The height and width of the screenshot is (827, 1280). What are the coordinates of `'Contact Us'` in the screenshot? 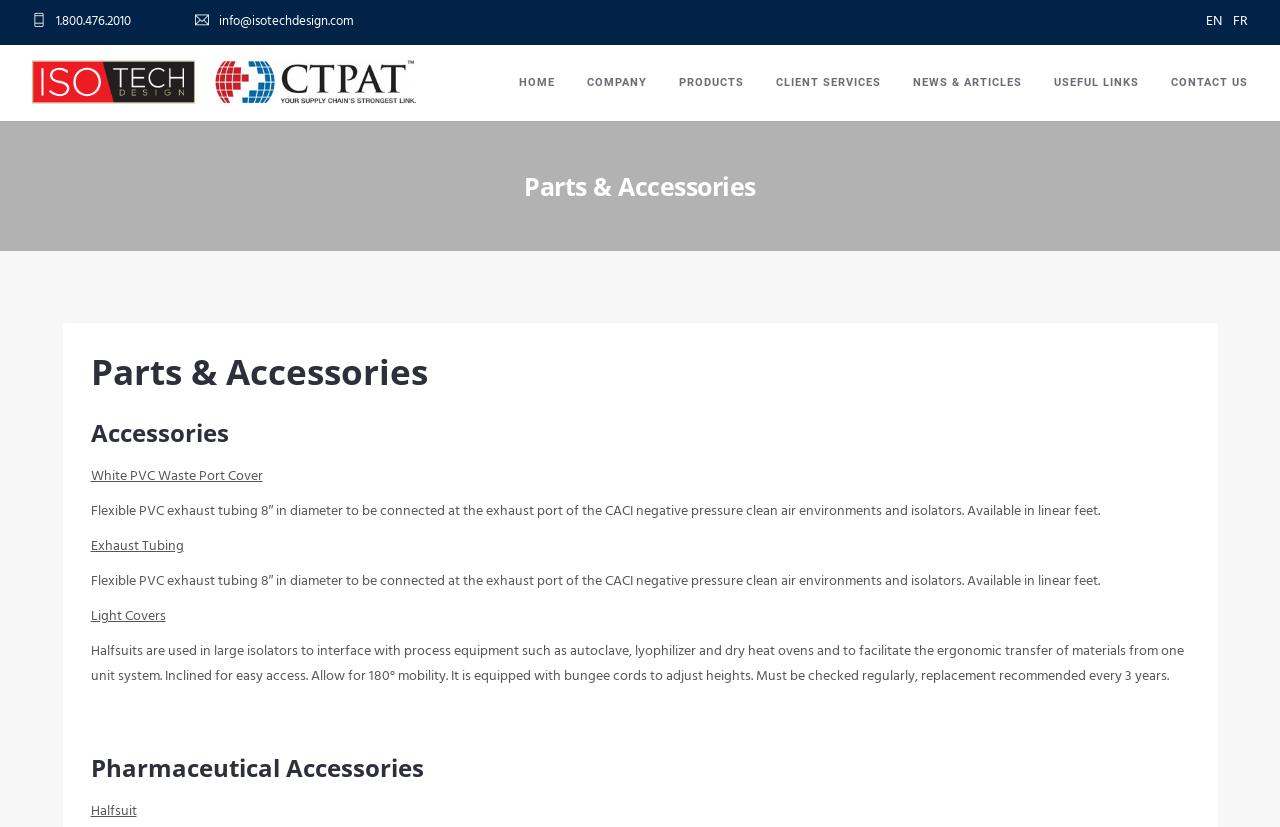 It's located at (1208, 89).